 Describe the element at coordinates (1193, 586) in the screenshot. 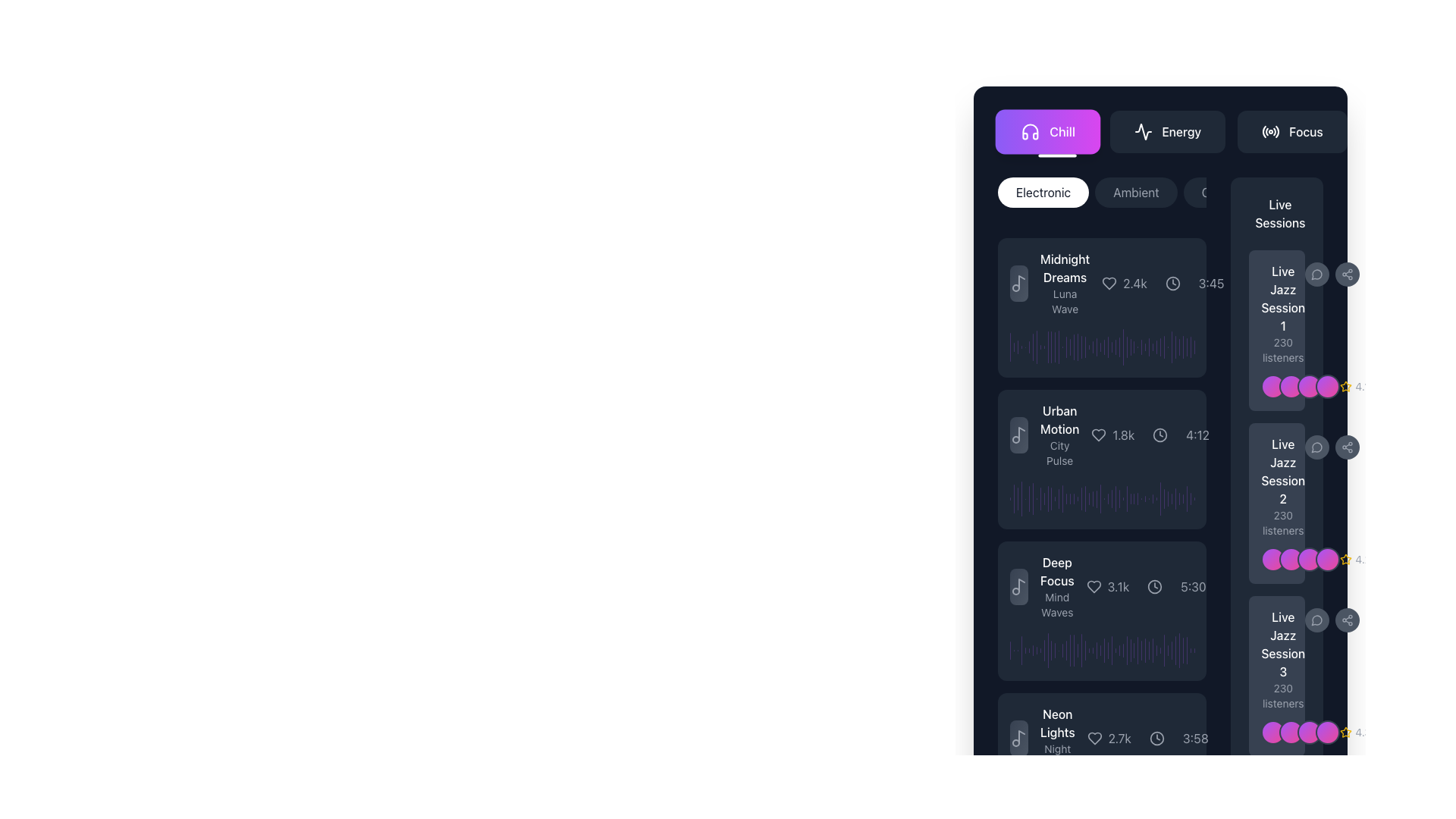

I see `time displayed in the text component showing '5:30', which is styled in white on a dark background and positioned to the right of the clock icon` at that location.